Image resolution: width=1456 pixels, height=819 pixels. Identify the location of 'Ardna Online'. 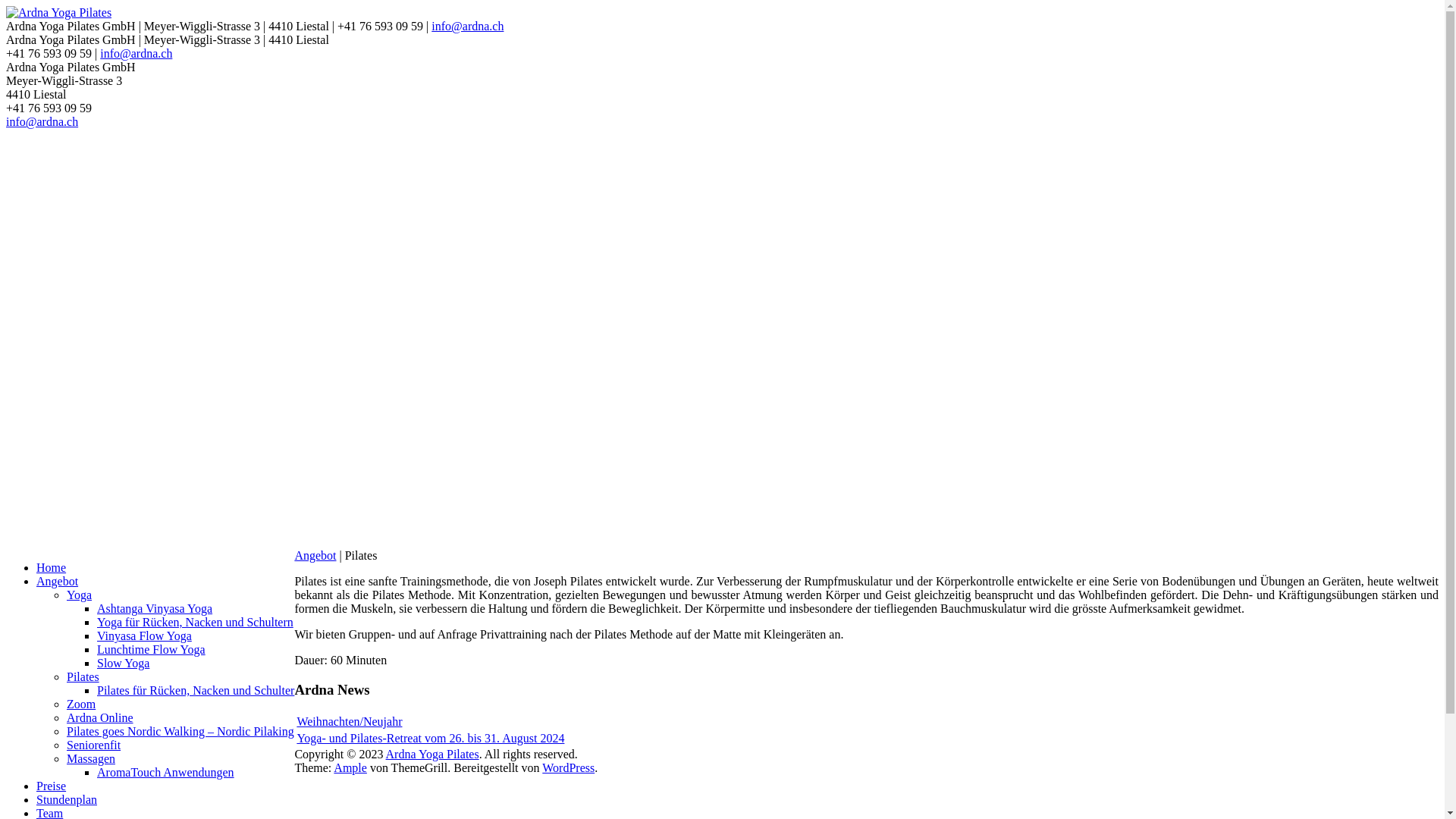
(99, 717).